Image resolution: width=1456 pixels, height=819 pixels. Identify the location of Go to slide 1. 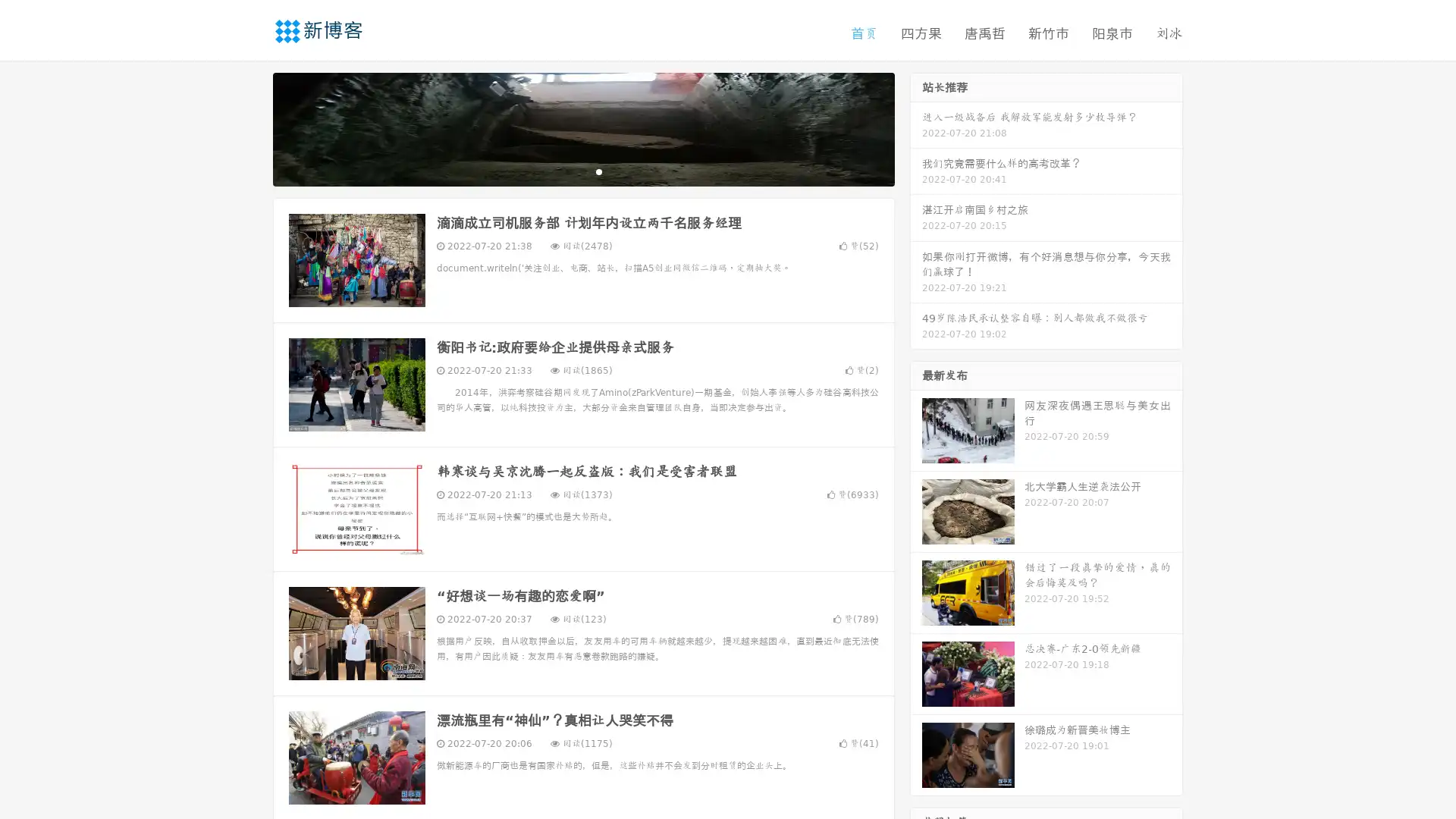
(567, 171).